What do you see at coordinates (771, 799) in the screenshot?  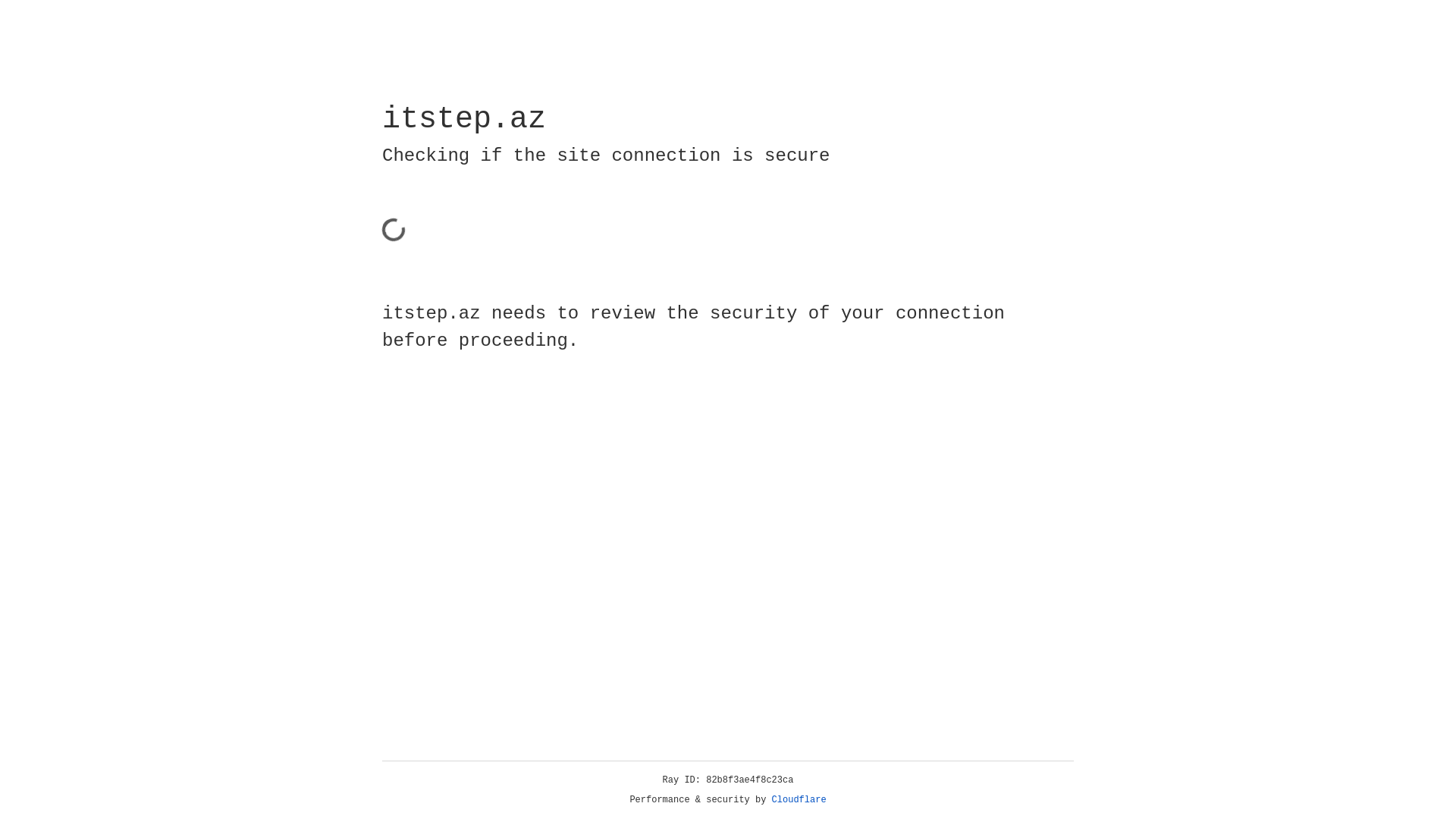 I see `'Cloudflare'` at bounding box center [771, 799].